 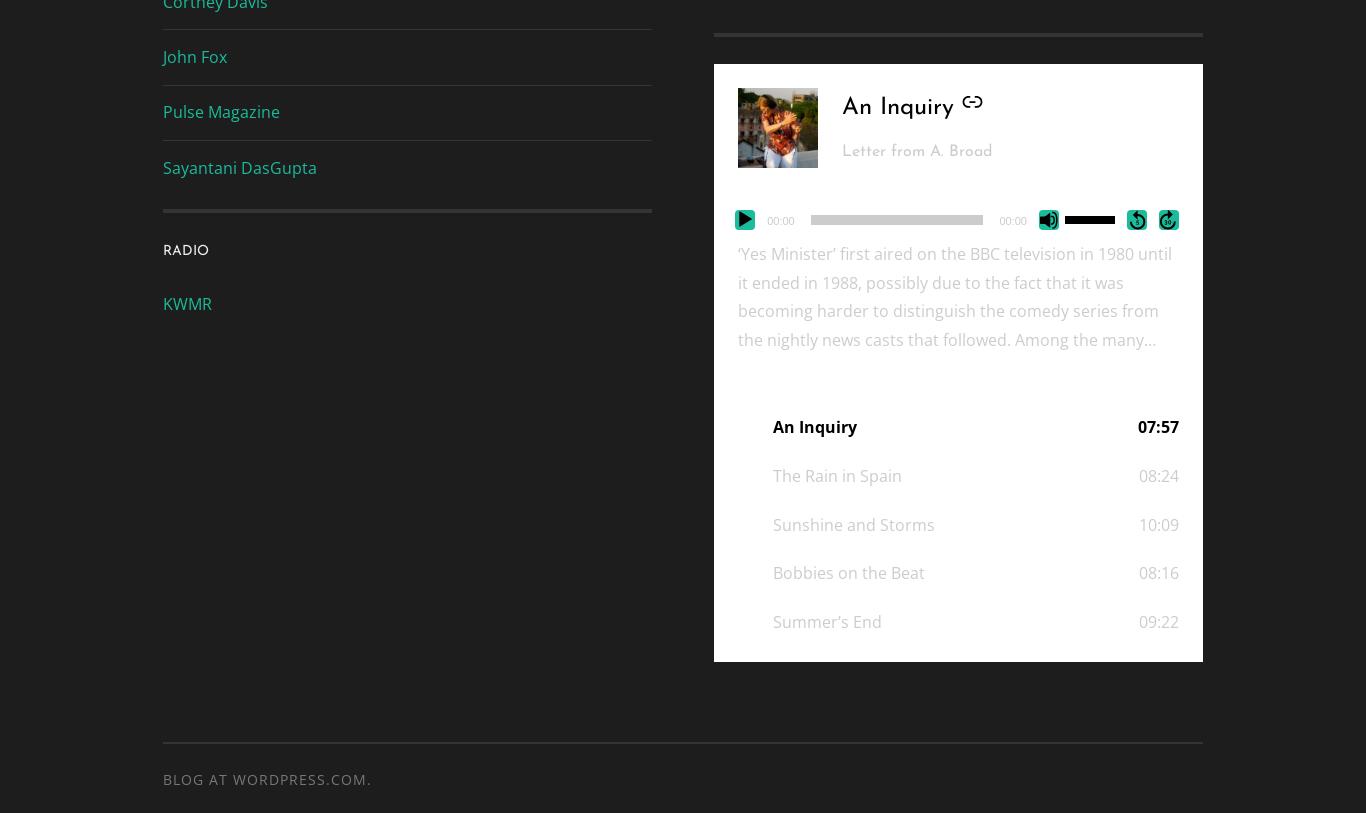 What do you see at coordinates (826, 622) in the screenshot?
I see `'Summer’s End'` at bounding box center [826, 622].